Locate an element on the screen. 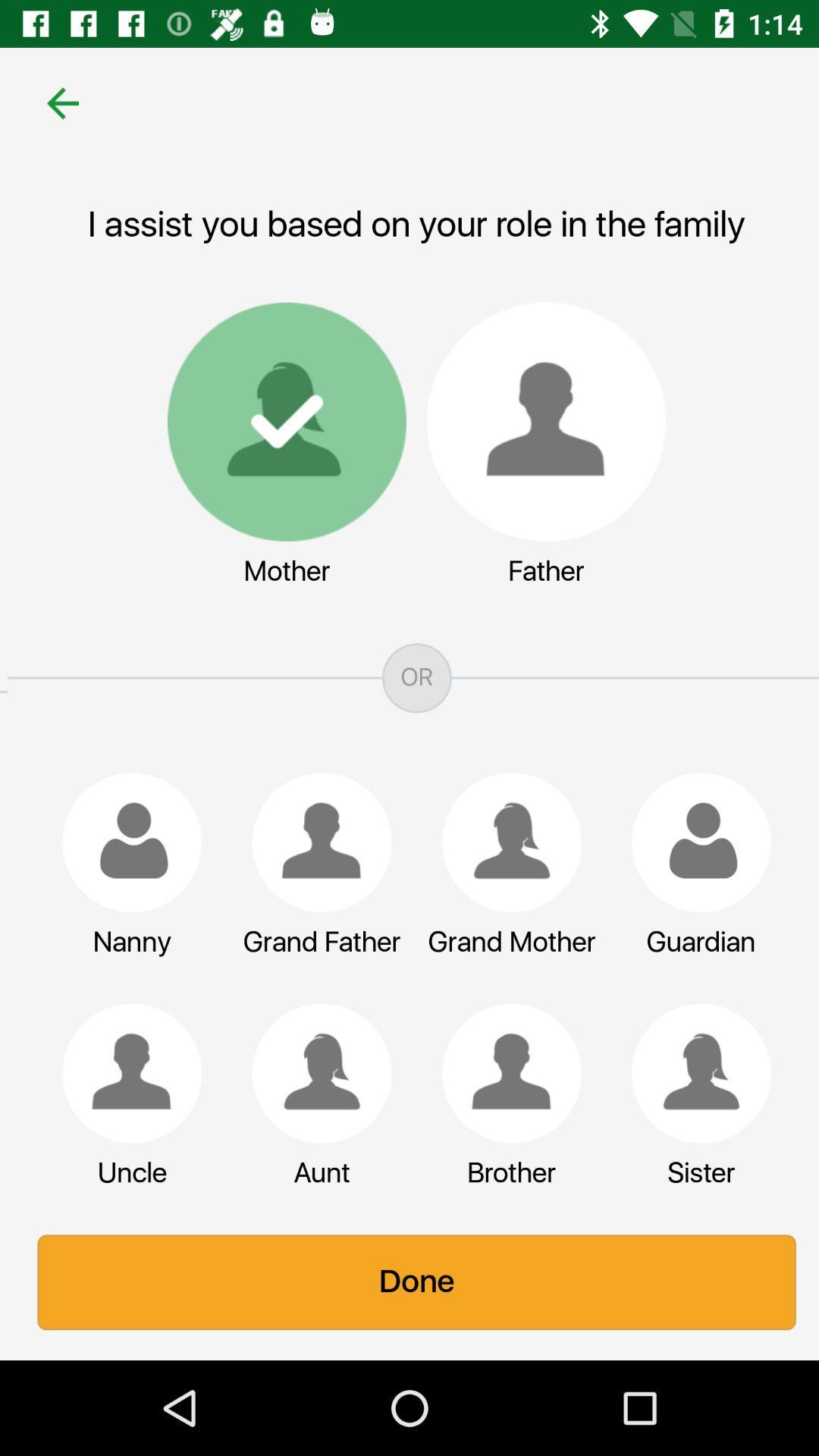 The width and height of the screenshot is (819, 1456). aunt in relation to the mother is located at coordinates (314, 1072).